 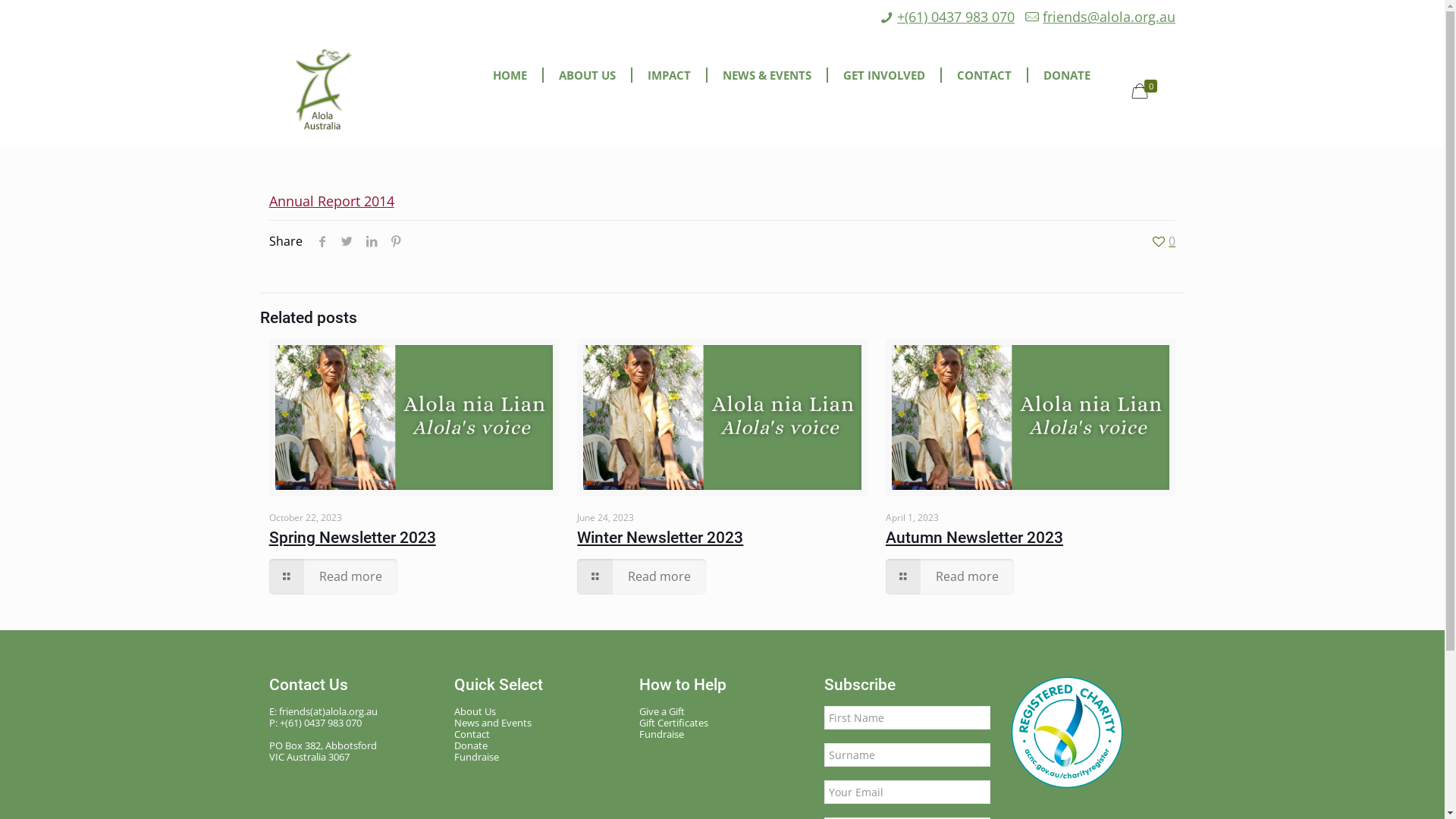 I want to click on 'ABOUT US', so click(x=587, y=75).